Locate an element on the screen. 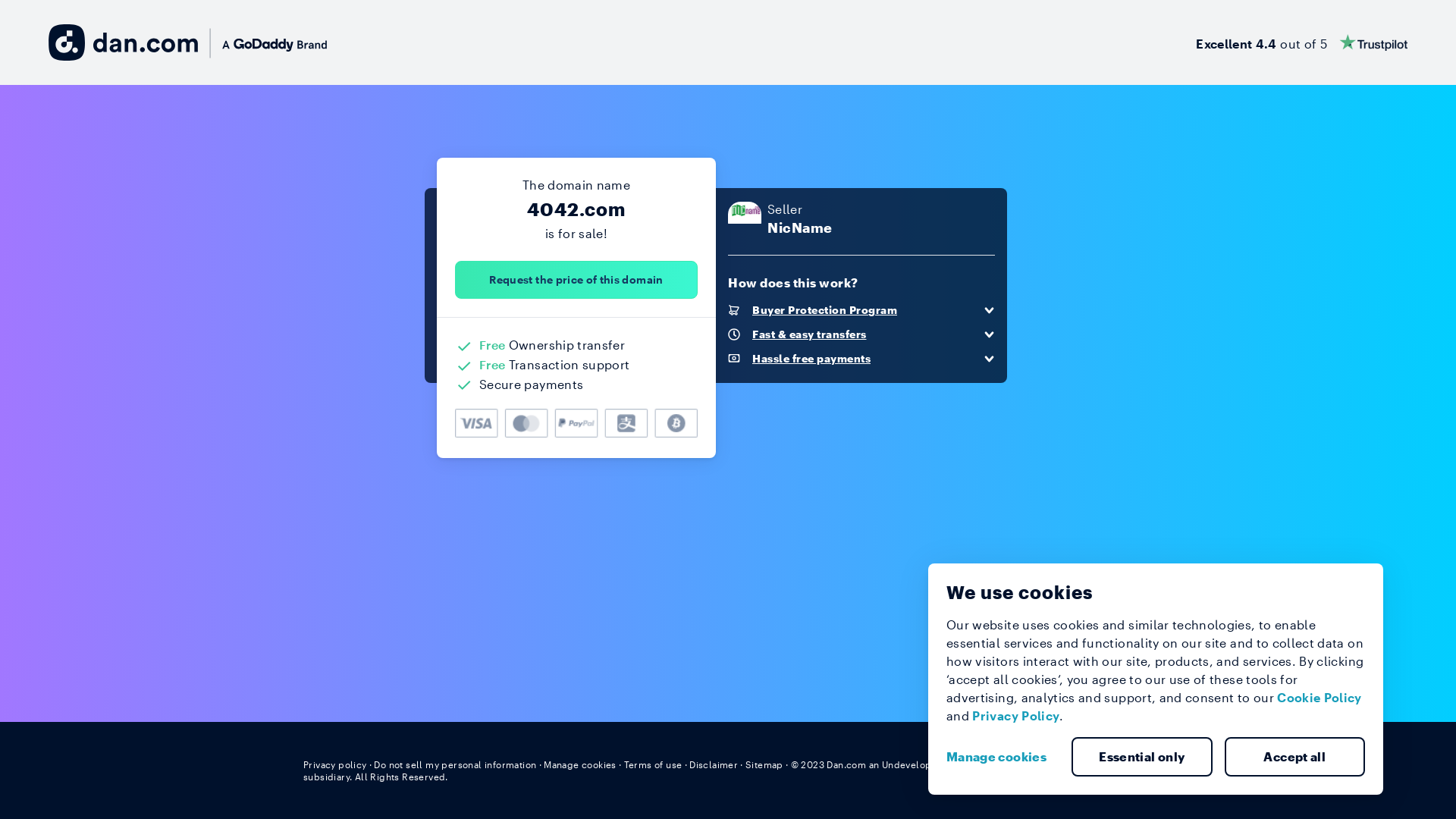 This screenshot has height=819, width=1456. 'Request the price of this domain' is located at coordinates (575, 280).